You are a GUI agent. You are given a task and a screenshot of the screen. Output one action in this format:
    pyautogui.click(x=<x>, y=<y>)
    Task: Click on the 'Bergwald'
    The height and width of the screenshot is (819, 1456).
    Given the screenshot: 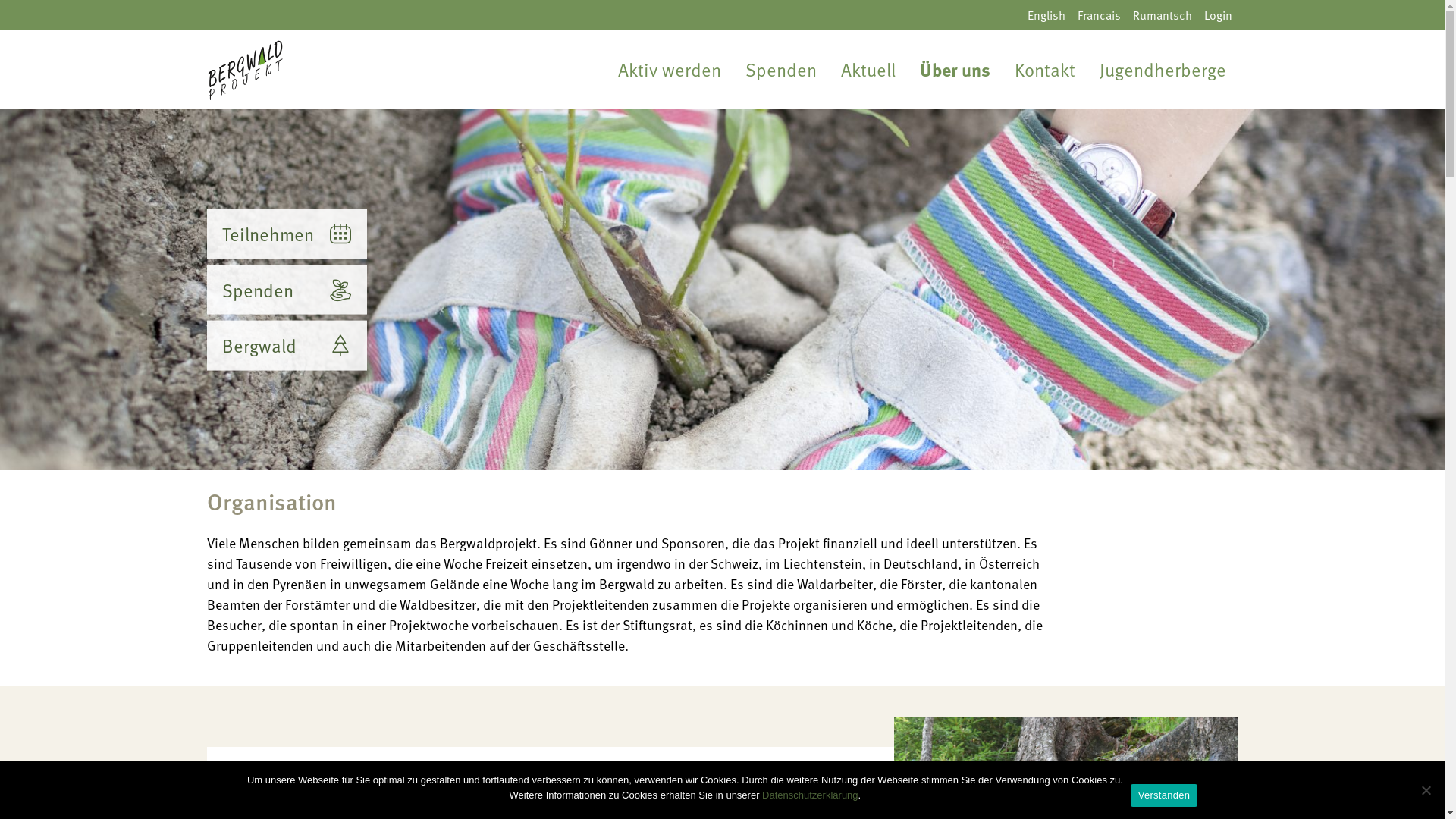 What is the action you would take?
    pyautogui.click(x=286, y=345)
    